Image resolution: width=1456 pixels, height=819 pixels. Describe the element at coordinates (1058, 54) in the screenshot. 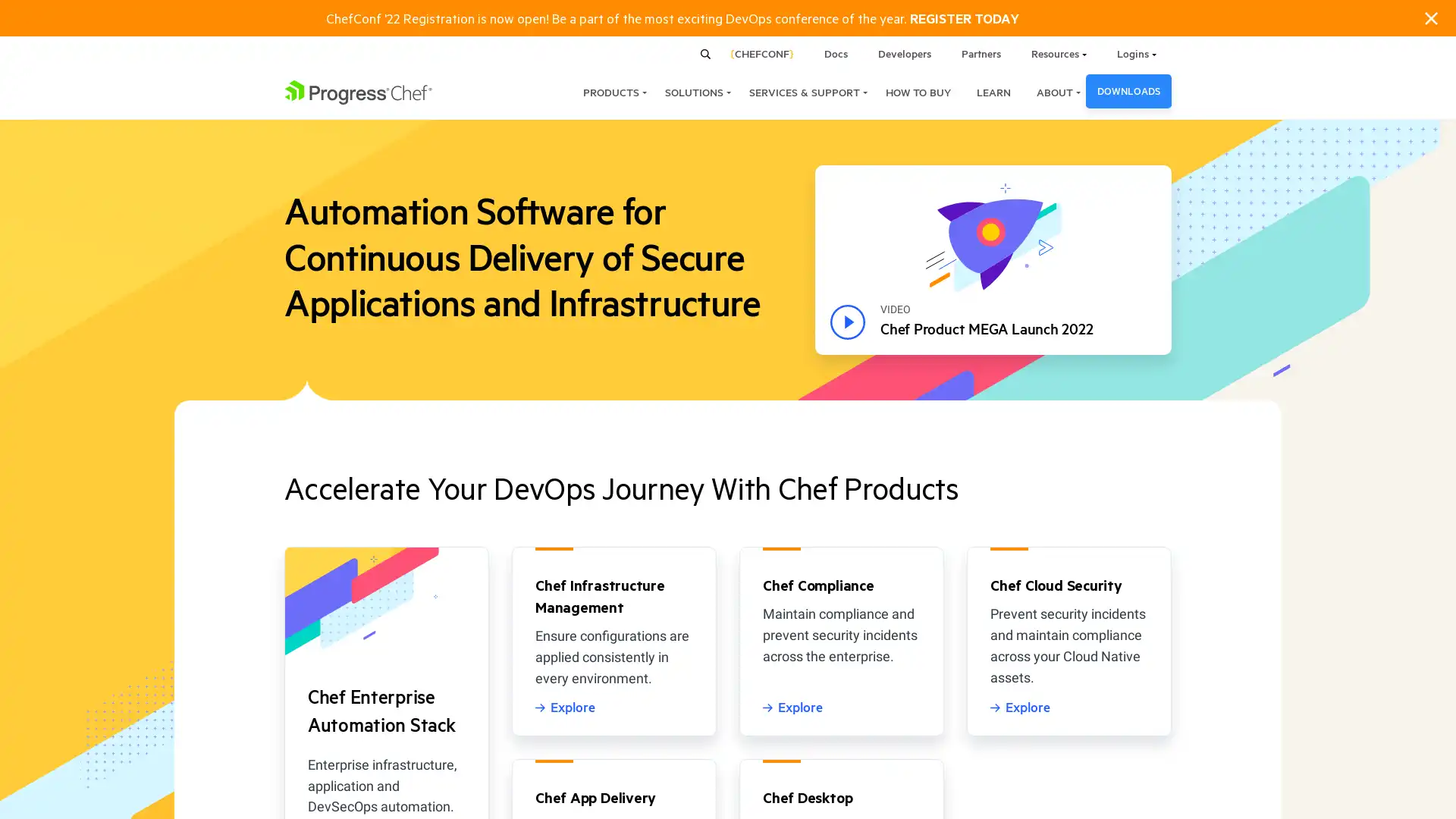

I see `Resources` at that location.